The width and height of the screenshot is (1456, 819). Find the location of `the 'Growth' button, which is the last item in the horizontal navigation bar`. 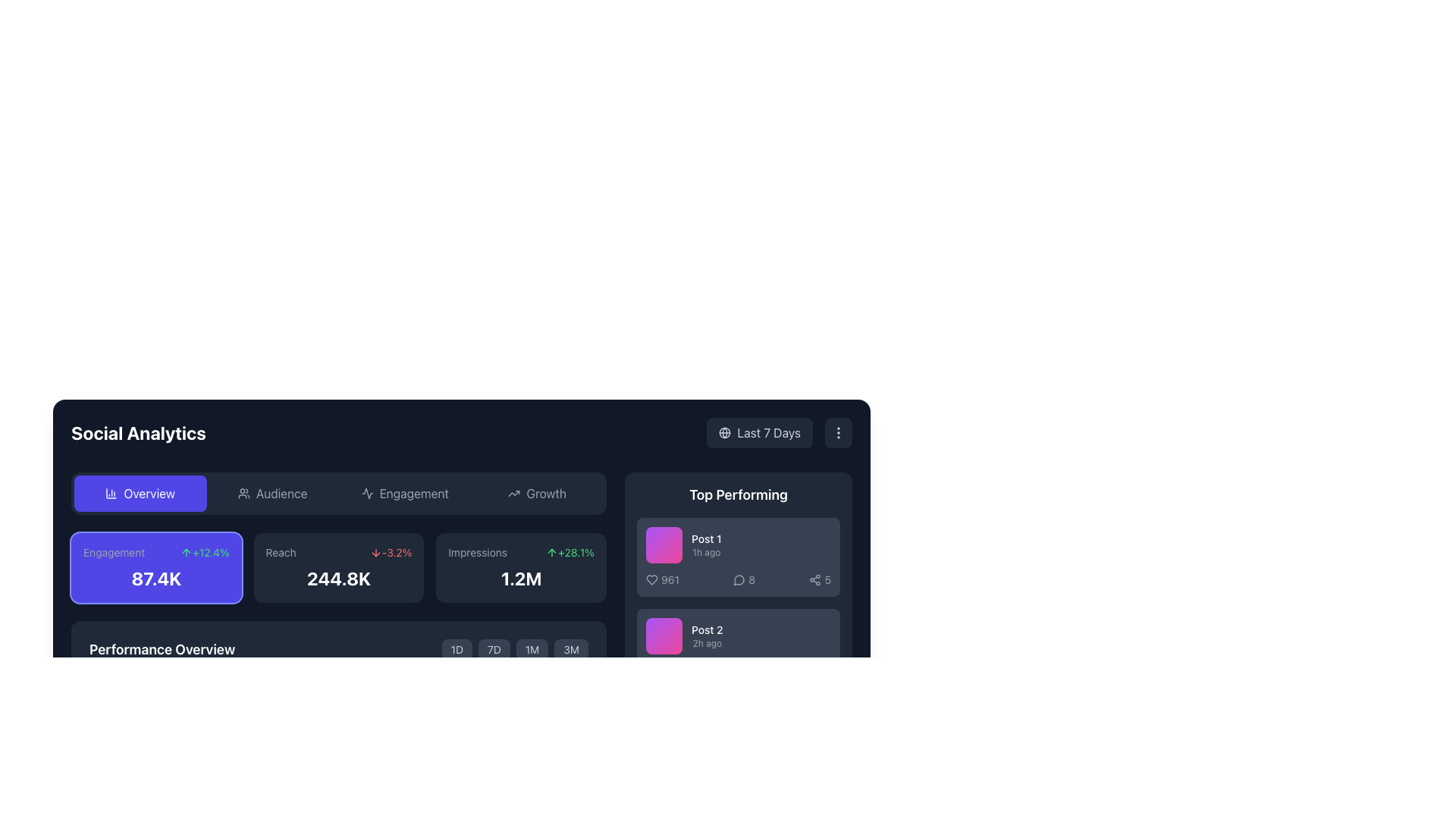

the 'Growth' button, which is the last item in the horizontal navigation bar is located at coordinates (537, 494).